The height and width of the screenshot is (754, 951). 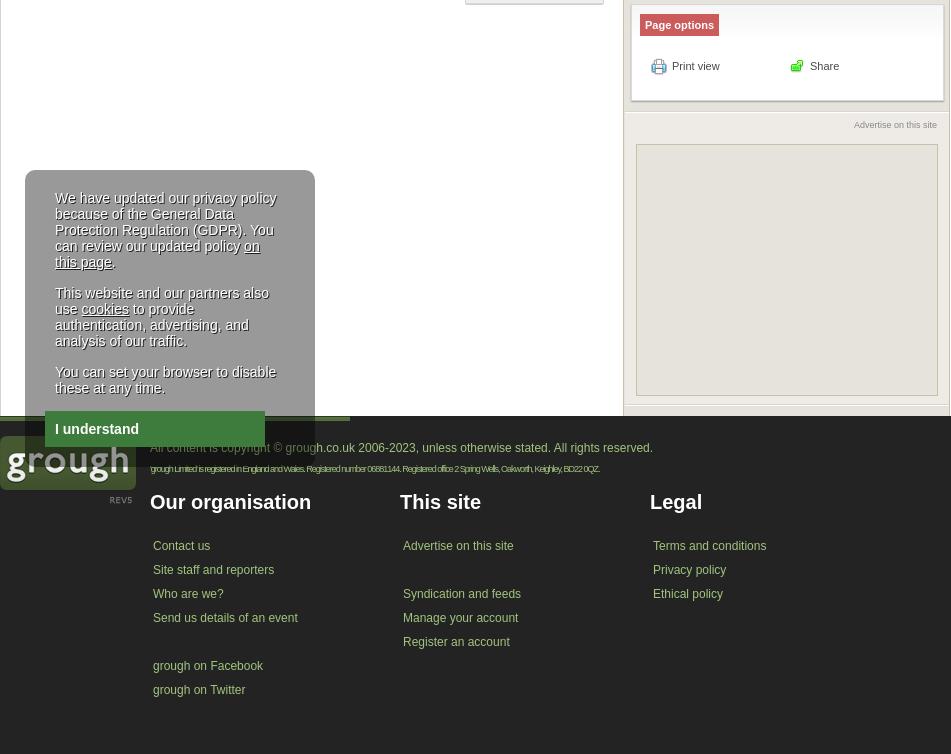 I want to click on ''grough Limited' is registered in England and Wales. Registered number 06881144. Registered office 2 Spring Wells, Oakworth, Keighley, BD22 0QZ.', so click(x=374, y=468).